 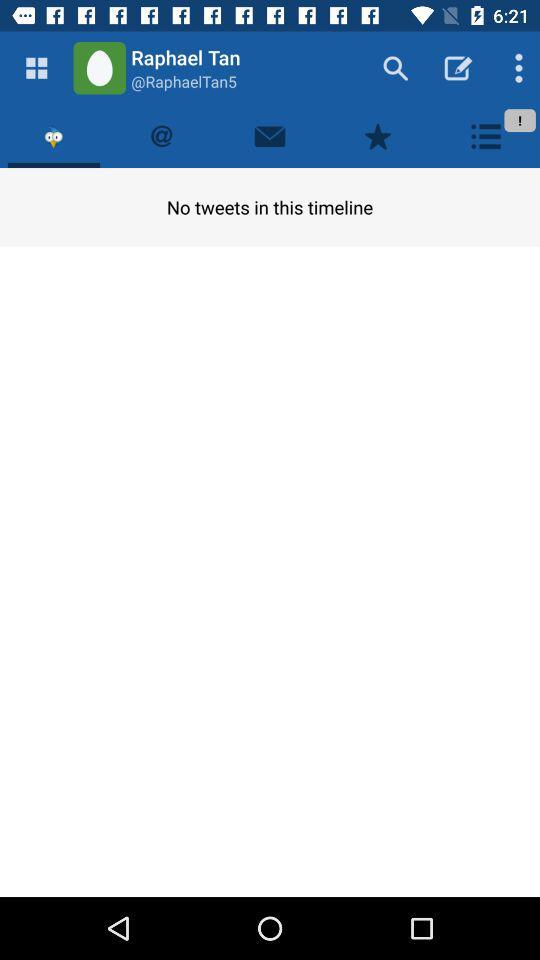 I want to click on main feed, so click(x=36, y=68).